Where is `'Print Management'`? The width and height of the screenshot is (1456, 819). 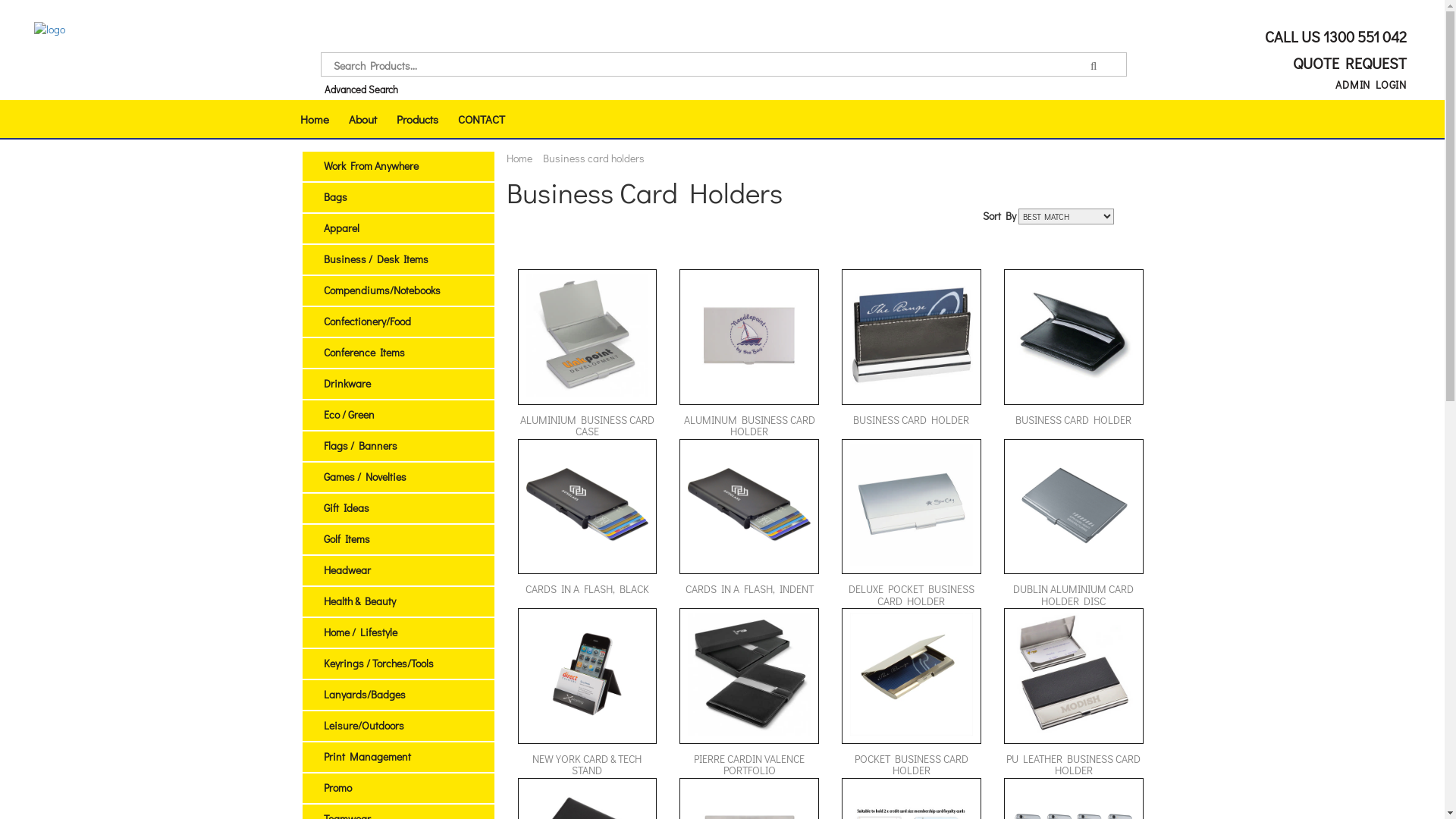 'Print Management' is located at coordinates (366, 756).